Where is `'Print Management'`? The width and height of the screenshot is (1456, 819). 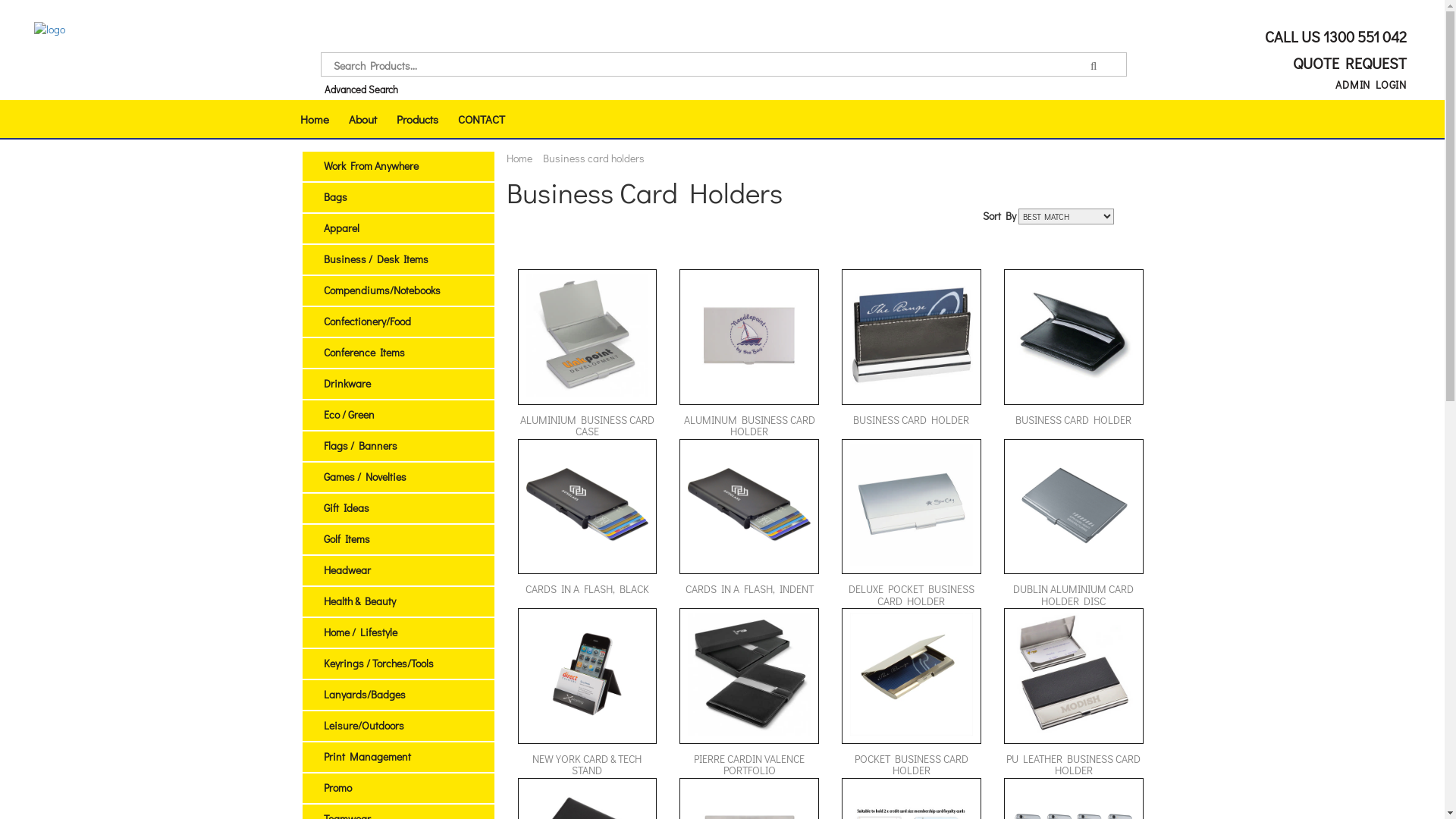 'Print Management' is located at coordinates (366, 756).